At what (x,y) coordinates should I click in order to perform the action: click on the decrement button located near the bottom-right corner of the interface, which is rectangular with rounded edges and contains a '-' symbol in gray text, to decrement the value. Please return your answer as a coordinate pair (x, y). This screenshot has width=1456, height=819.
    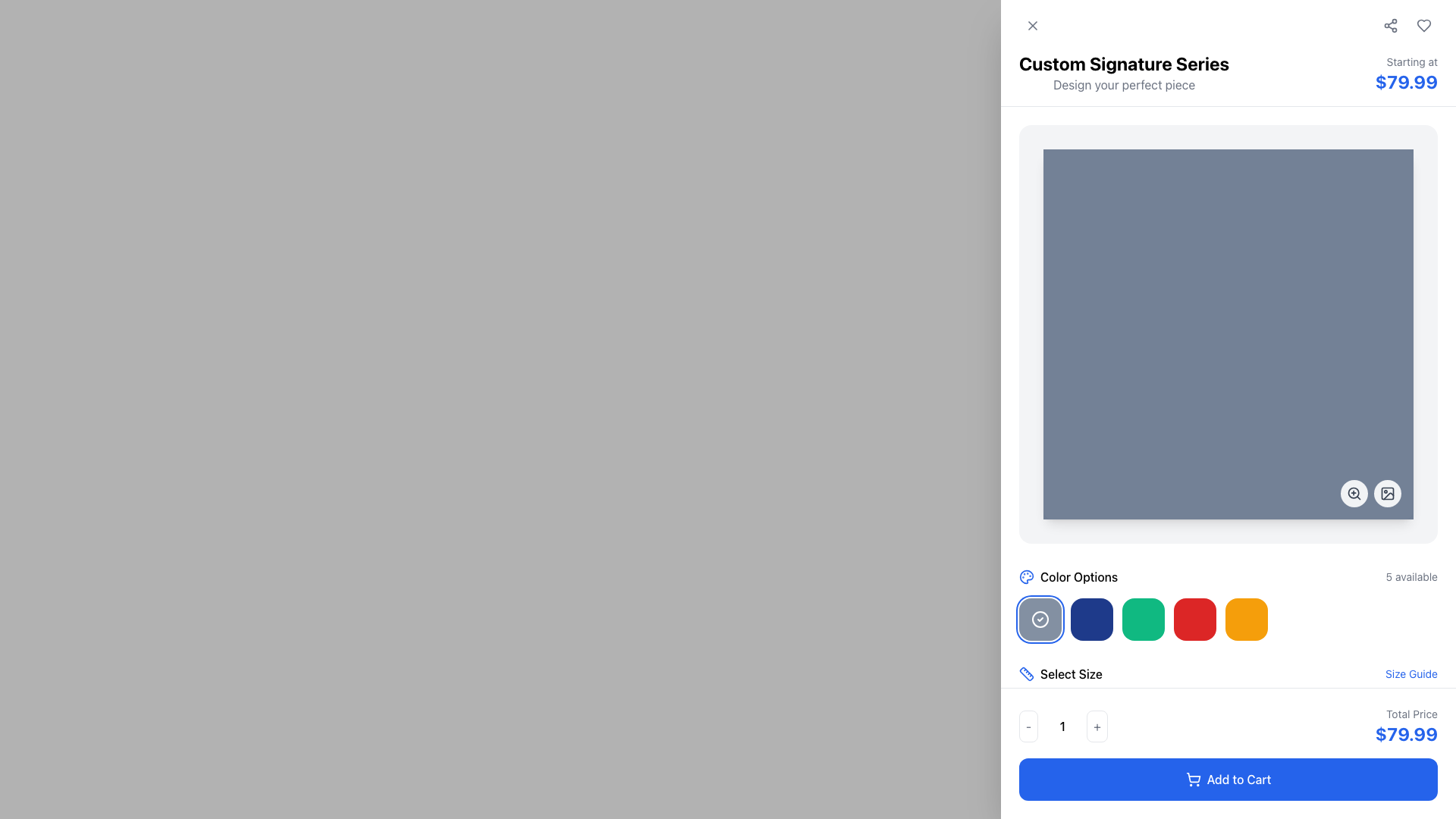
    Looking at the image, I should click on (1028, 725).